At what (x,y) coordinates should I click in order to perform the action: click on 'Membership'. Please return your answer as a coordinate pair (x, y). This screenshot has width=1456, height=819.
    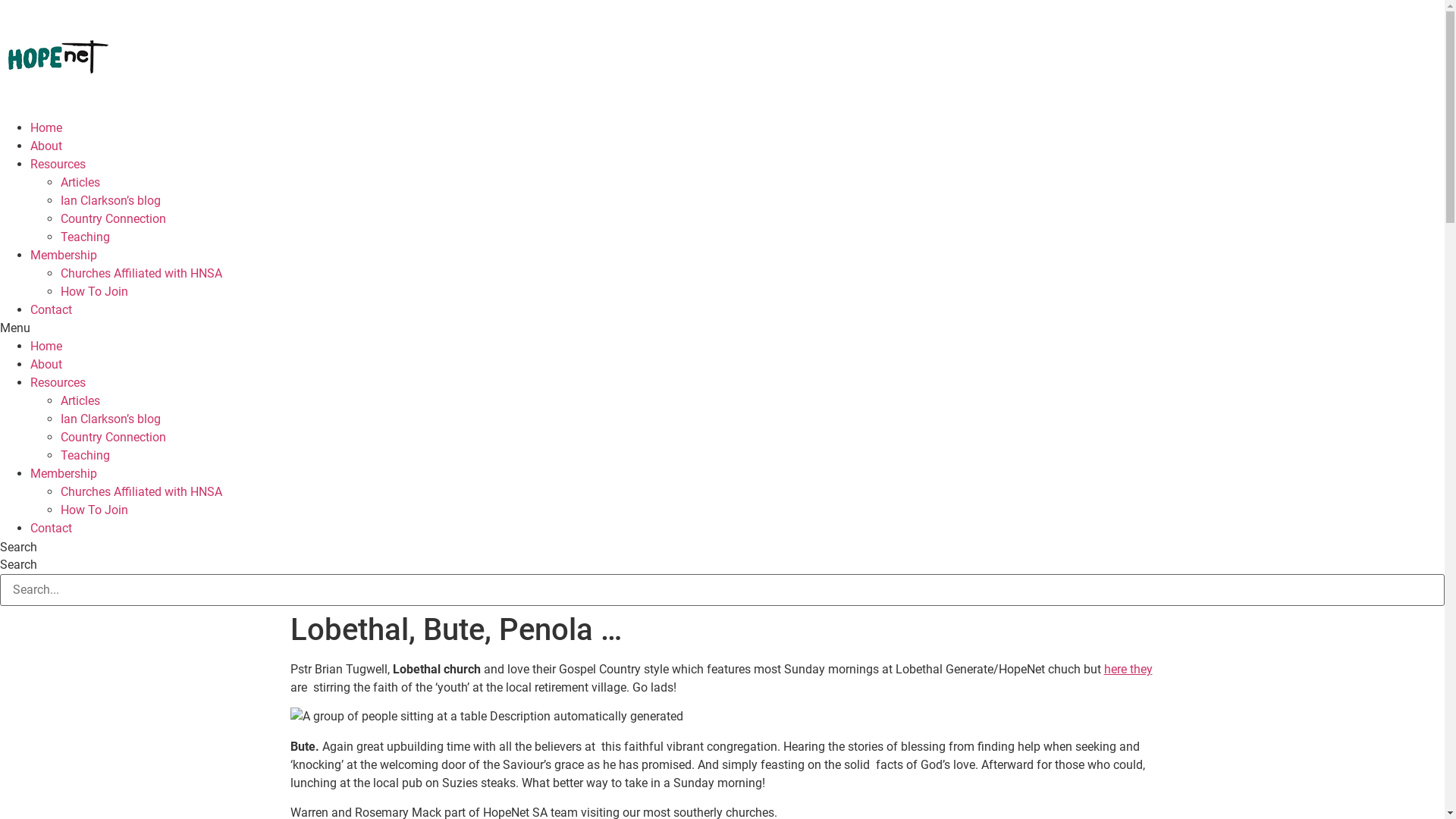
    Looking at the image, I should click on (62, 254).